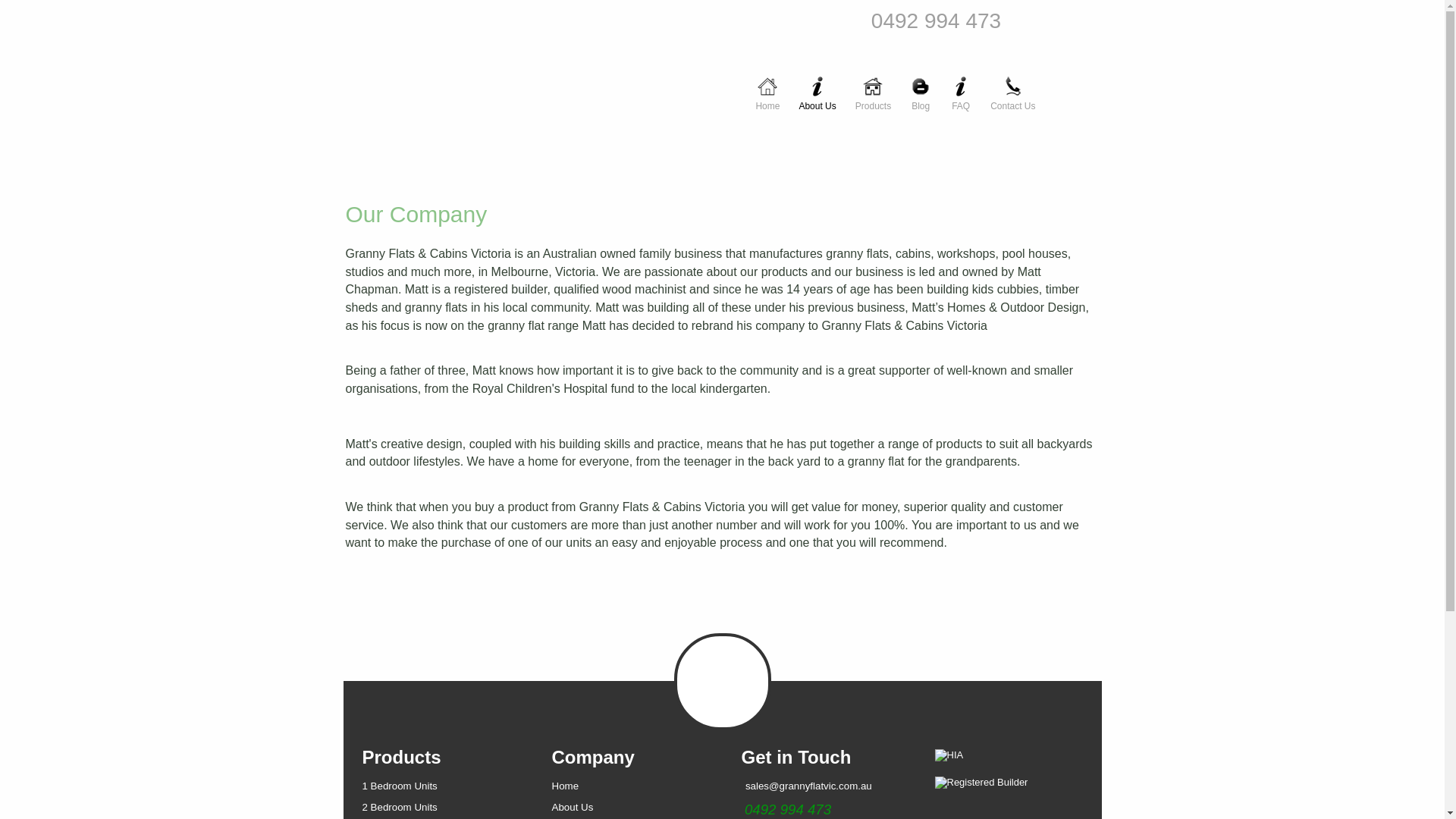 This screenshot has width=1456, height=819. Describe the element at coordinates (362, 805) in the screenshot. I see `'2 Bedroom Units'` at that location.